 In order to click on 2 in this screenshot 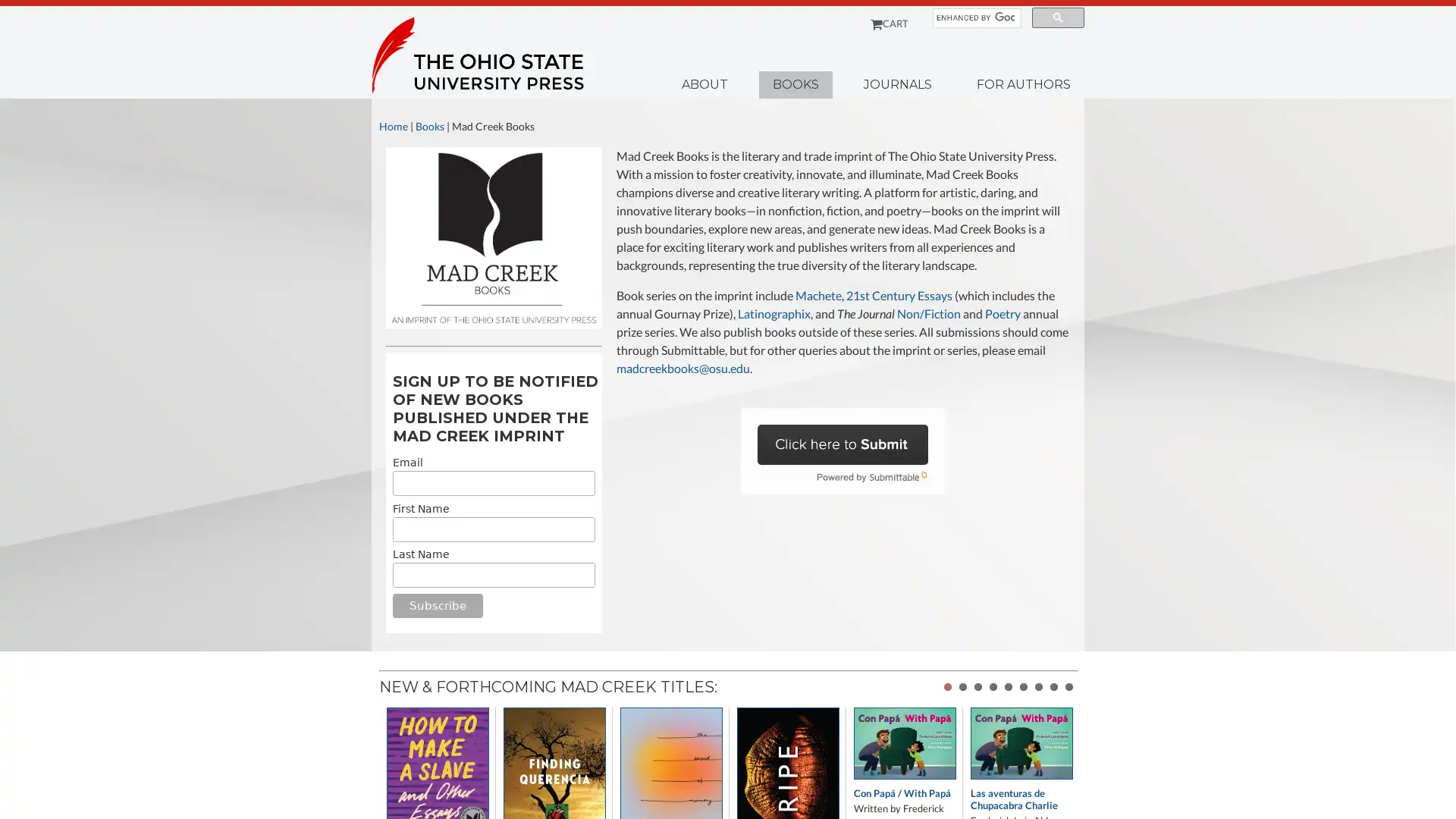, I will do `click(962, 687)`.